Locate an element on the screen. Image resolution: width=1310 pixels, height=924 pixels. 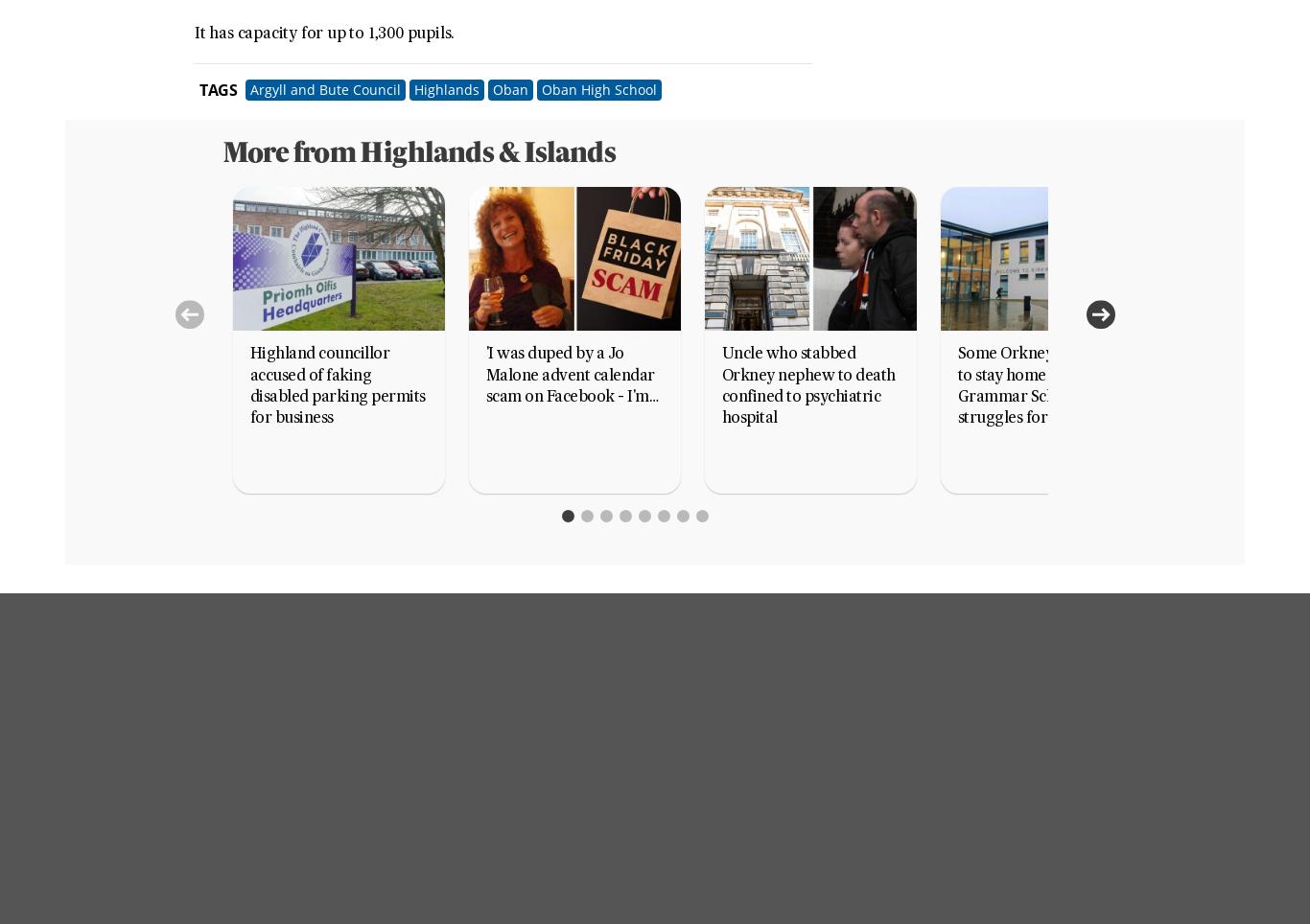
'Energy Voice' is located at coordinates (1054, 698).